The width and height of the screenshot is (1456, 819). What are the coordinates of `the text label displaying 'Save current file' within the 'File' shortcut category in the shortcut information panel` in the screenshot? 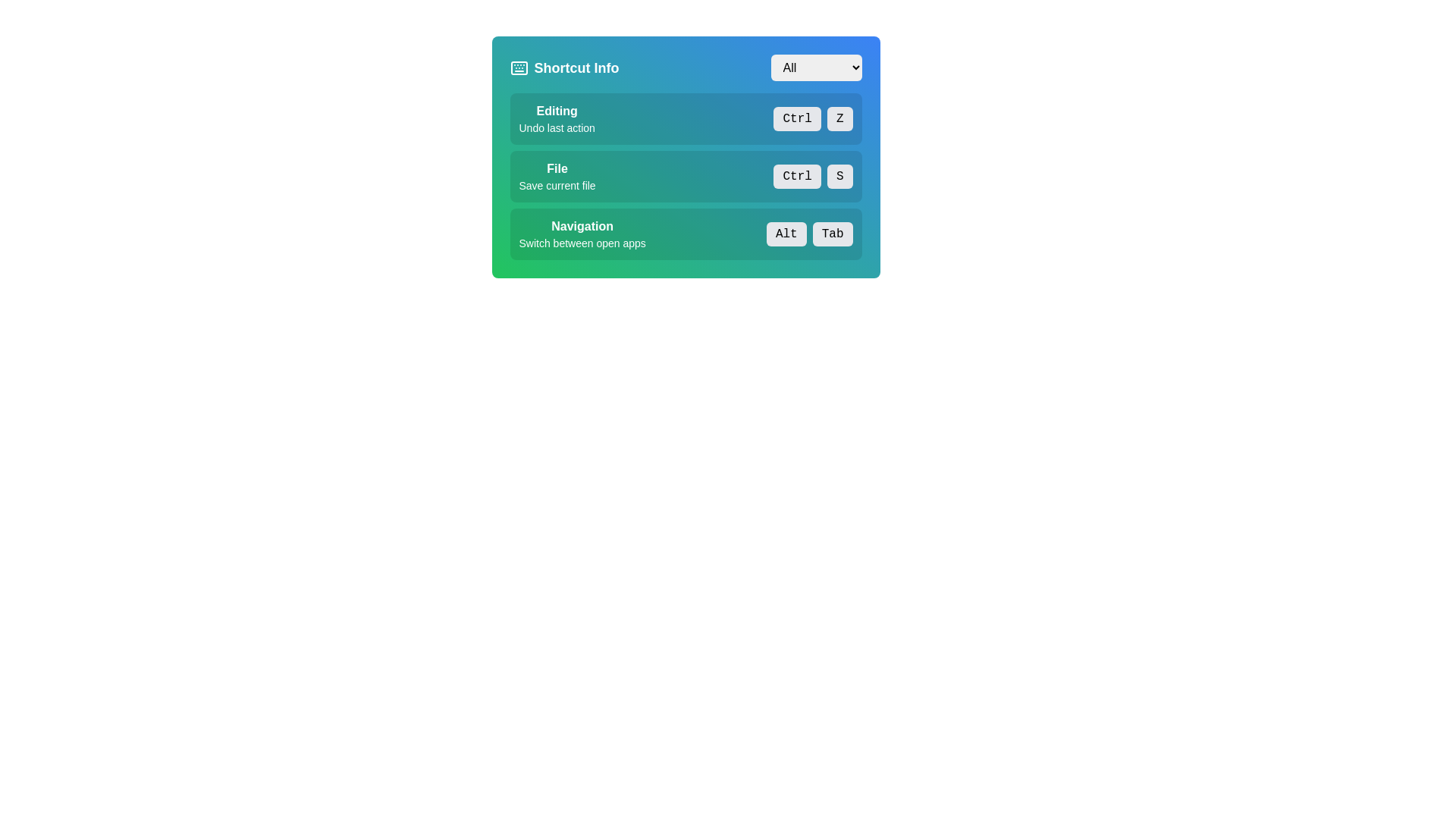 It's located at (557, 185).